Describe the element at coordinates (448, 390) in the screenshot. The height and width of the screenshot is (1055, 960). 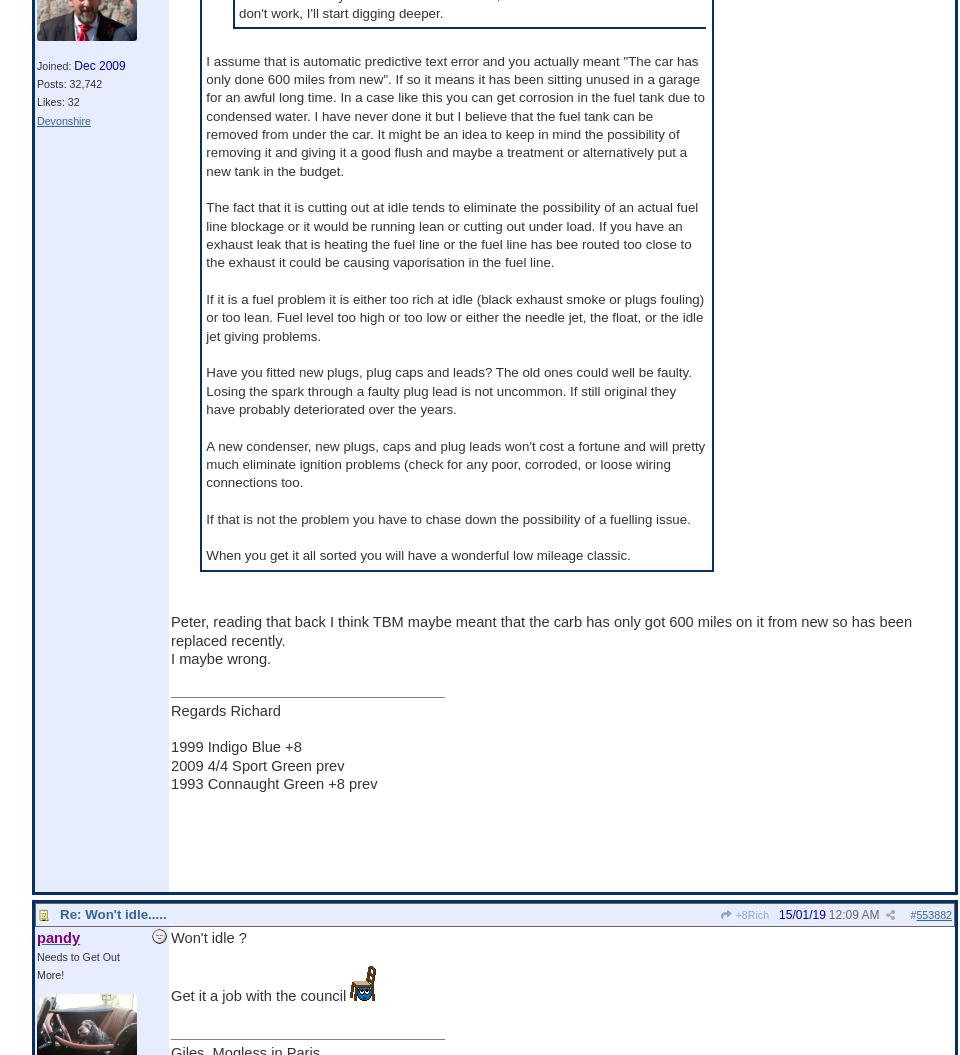
I see `'Have you fitted new plugs, plug caps and leads? The old ones could well be faulty. Losing the spark through a faulty plug lead is not uncommon. If still original they have probably deteriorated over the years.'` at that location.